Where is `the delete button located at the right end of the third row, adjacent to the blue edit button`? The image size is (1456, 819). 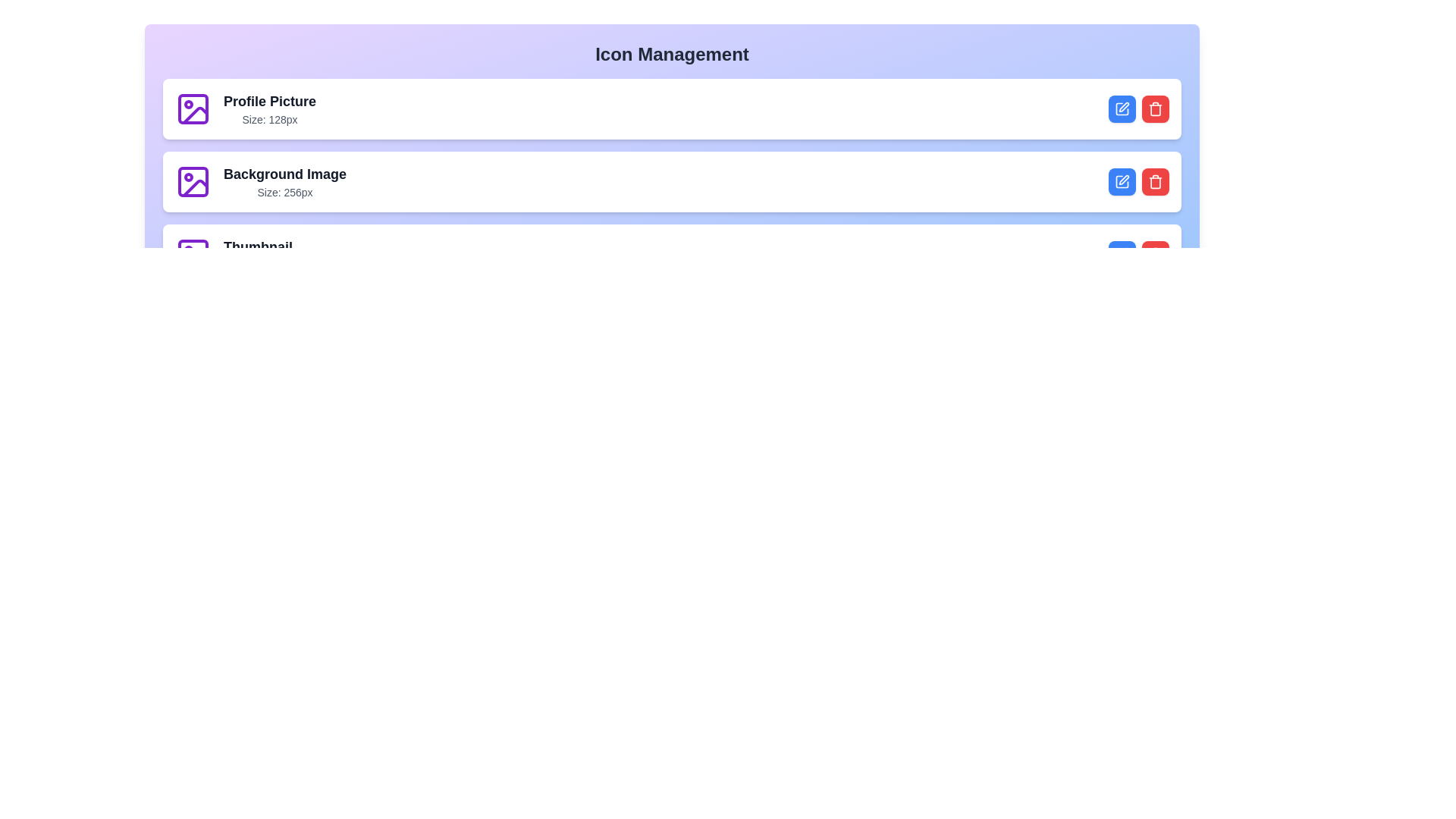 the delete button located at the right end of the third row, adjacent to the blue edit button is located at coordinates (1154, 253).